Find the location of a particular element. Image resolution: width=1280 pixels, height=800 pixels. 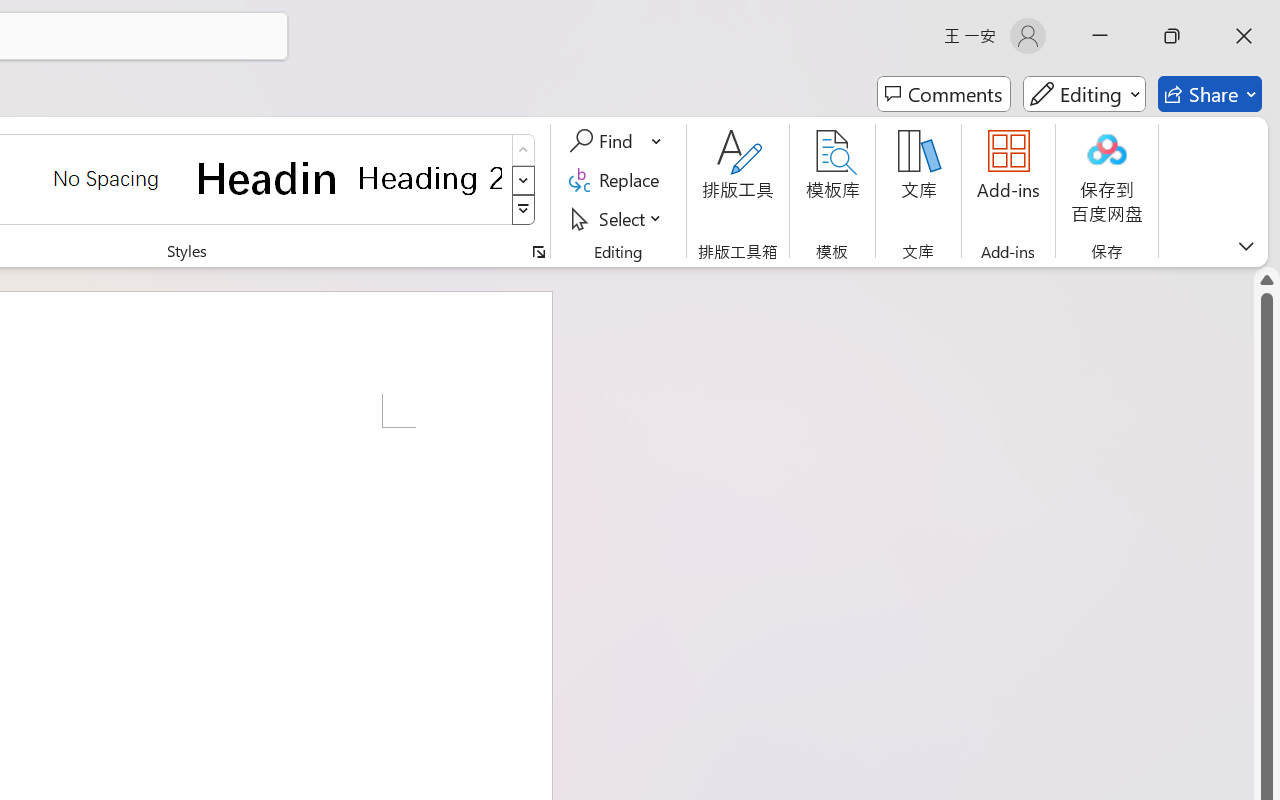

'Styles' is located at coordinates (523, 210).